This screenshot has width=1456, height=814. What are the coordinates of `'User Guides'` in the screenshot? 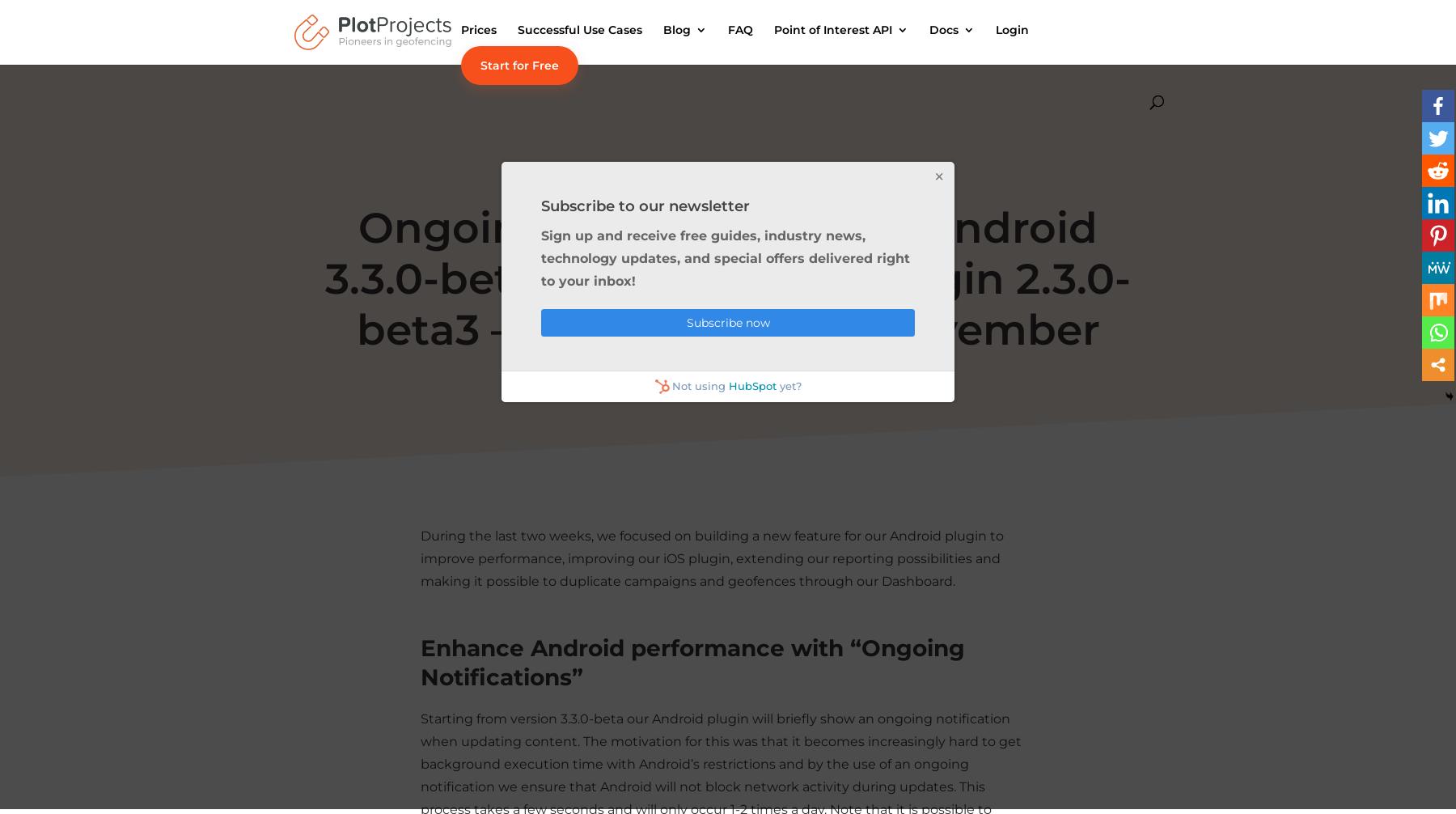 It's located at (997, 192).